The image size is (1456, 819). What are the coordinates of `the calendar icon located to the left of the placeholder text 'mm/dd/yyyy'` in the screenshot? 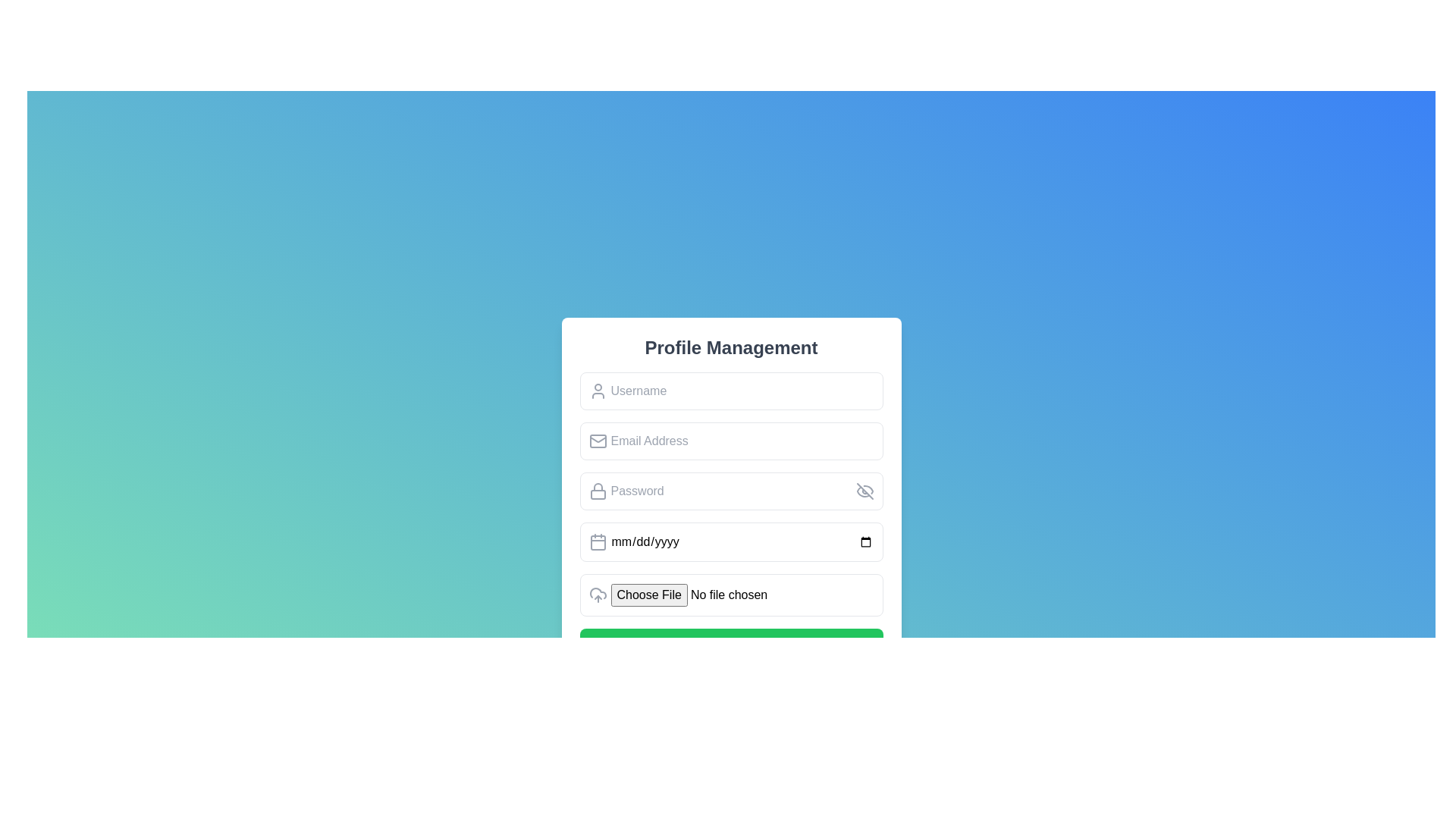 It's located at (597, 542).